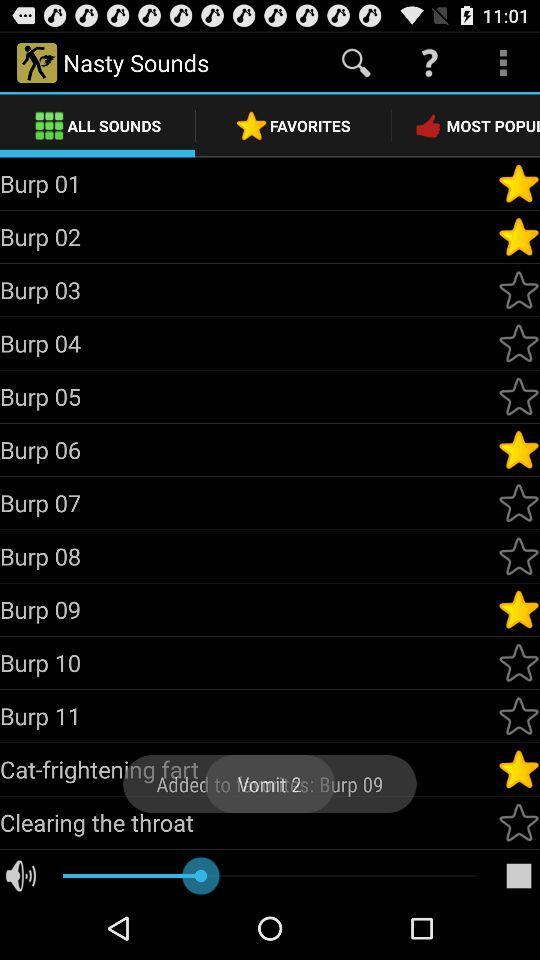  What do you see at coordinates (518, 768) in the screenshot?
I see `a nasty sound` at bounding box center [518, 768].